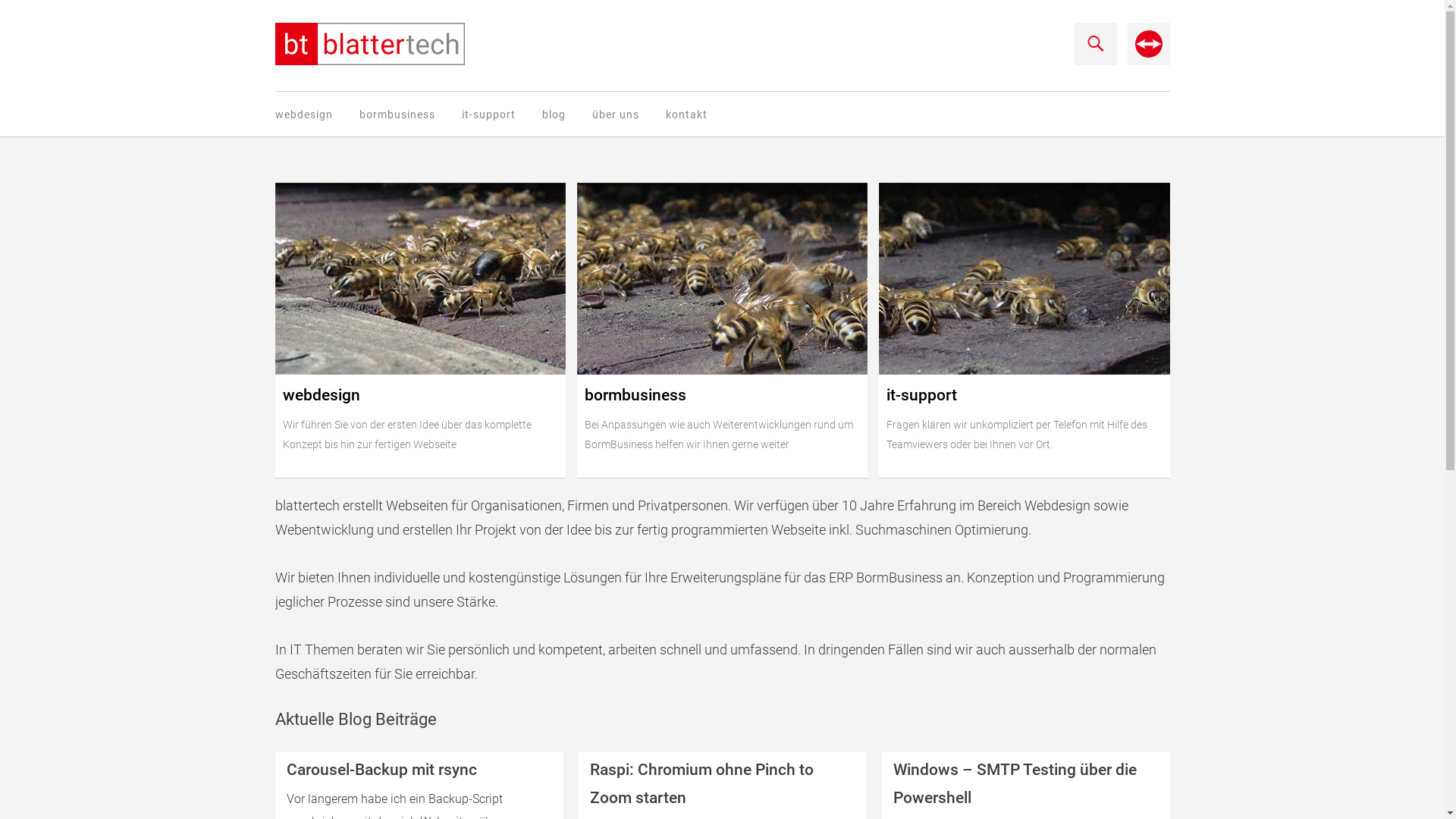  I want to click on 'webdesign', so click(303, 113).